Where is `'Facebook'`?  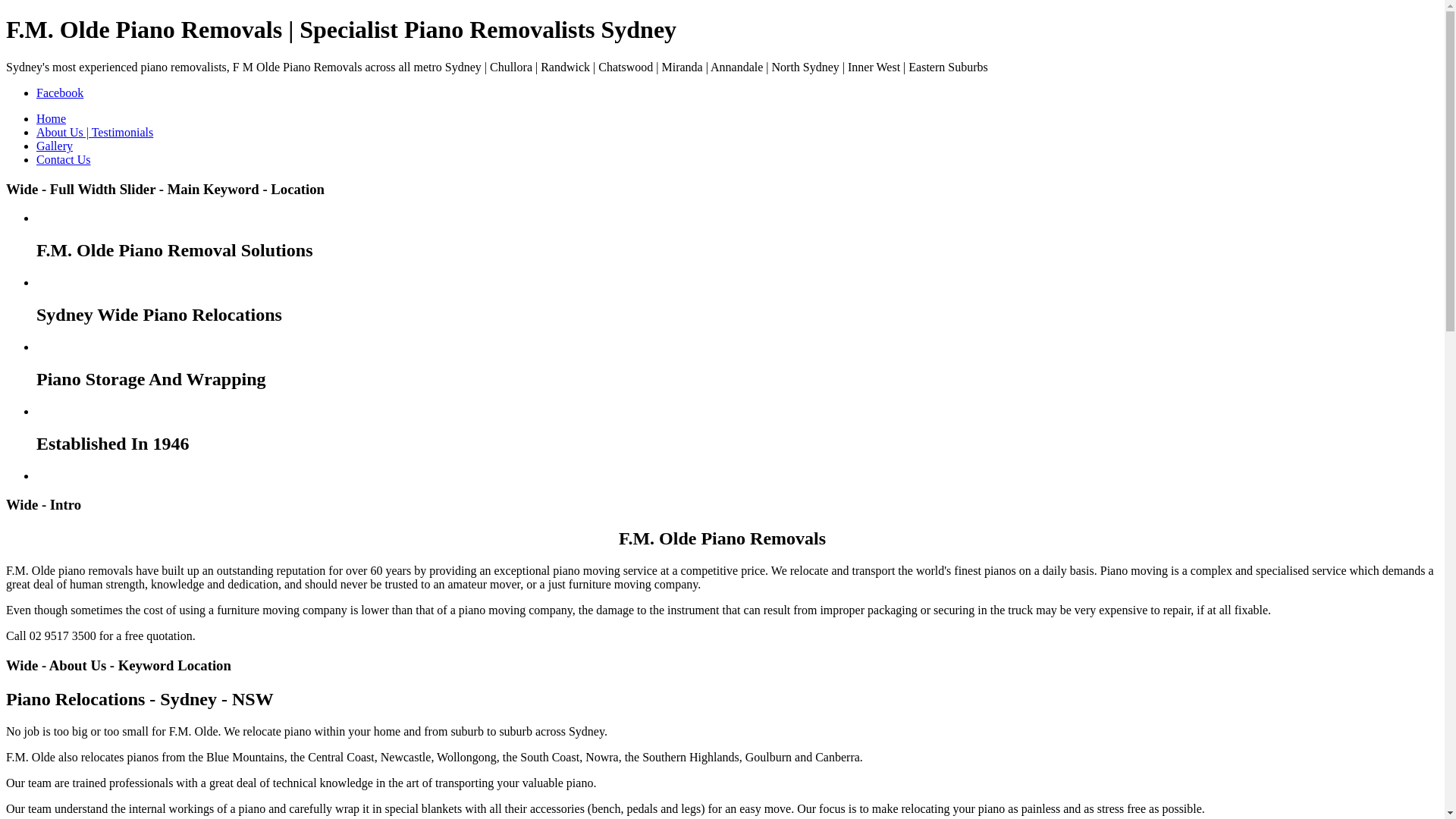 'Facebook' is located at coordinates (59, 93).